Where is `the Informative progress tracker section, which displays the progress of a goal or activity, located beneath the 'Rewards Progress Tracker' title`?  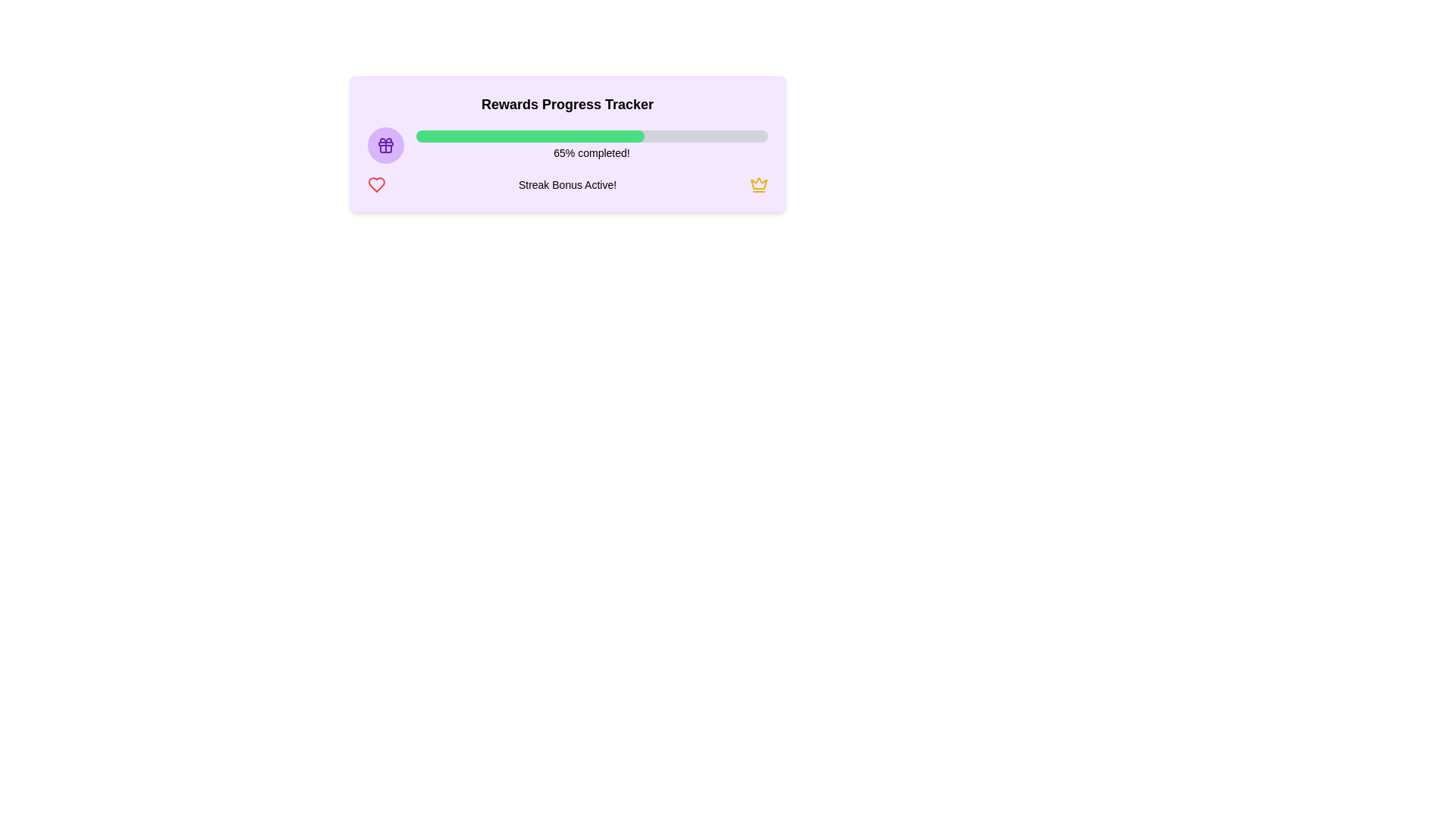 the Informative progress tracker section, which displays the progress of a goal or activity, located beneath the 'Rewards Progress Tracker' title is located at coordinates (566, 161).